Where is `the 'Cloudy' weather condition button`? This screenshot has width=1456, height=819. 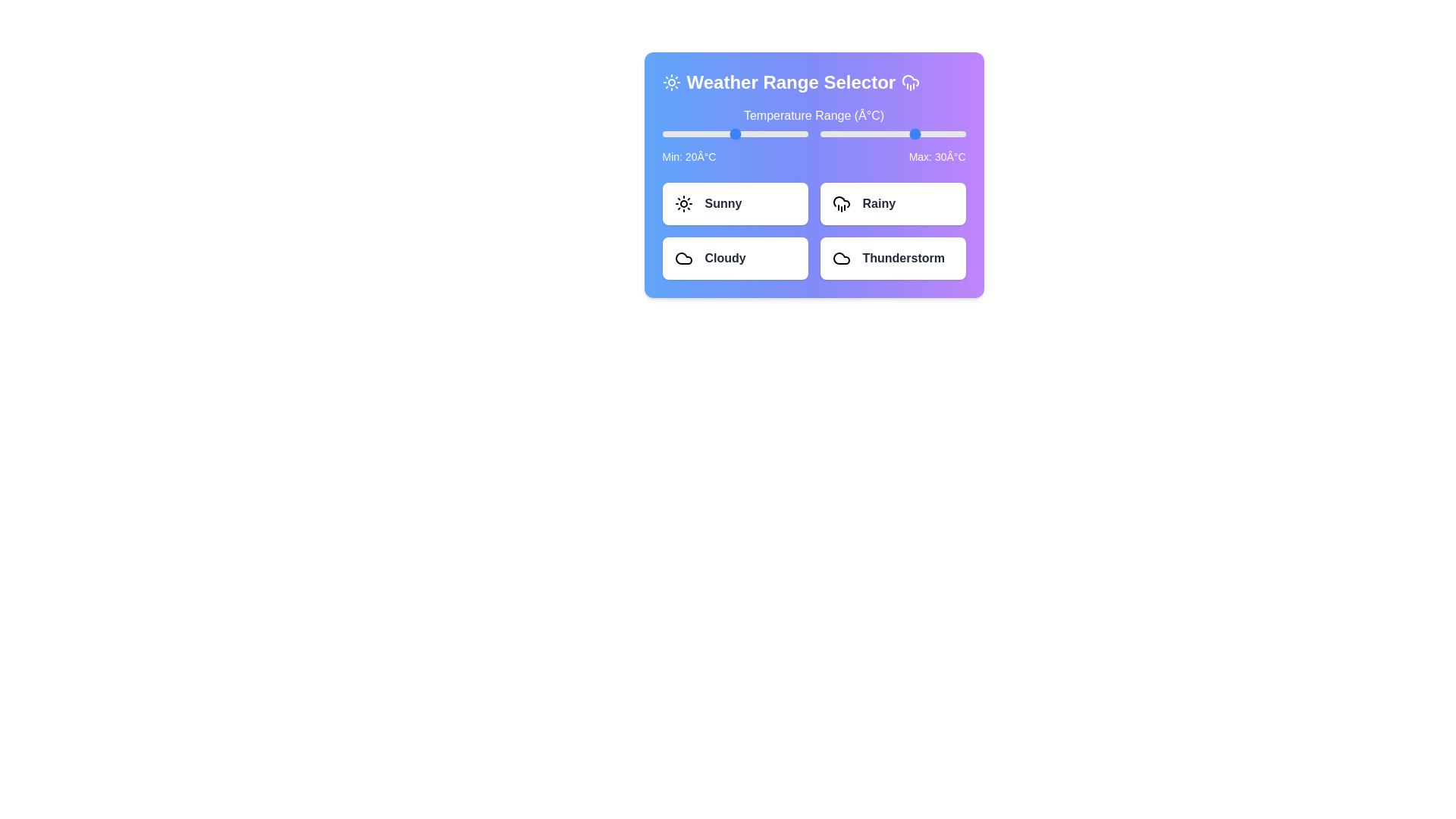
the 'Cloudy' weather condition button is located at coordinates (735, 257).